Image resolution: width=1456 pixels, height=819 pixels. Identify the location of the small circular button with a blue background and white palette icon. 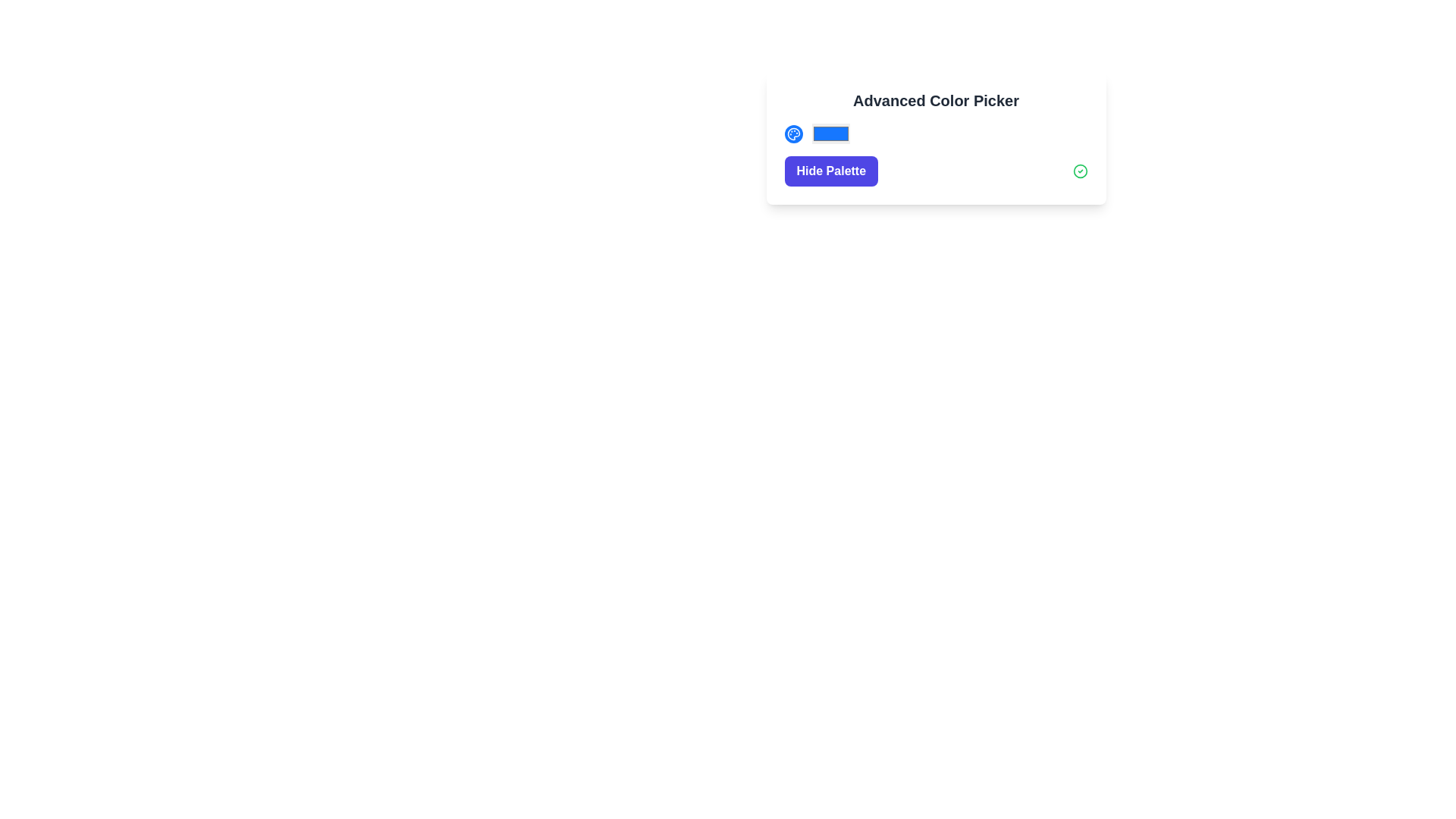
(792, 133).